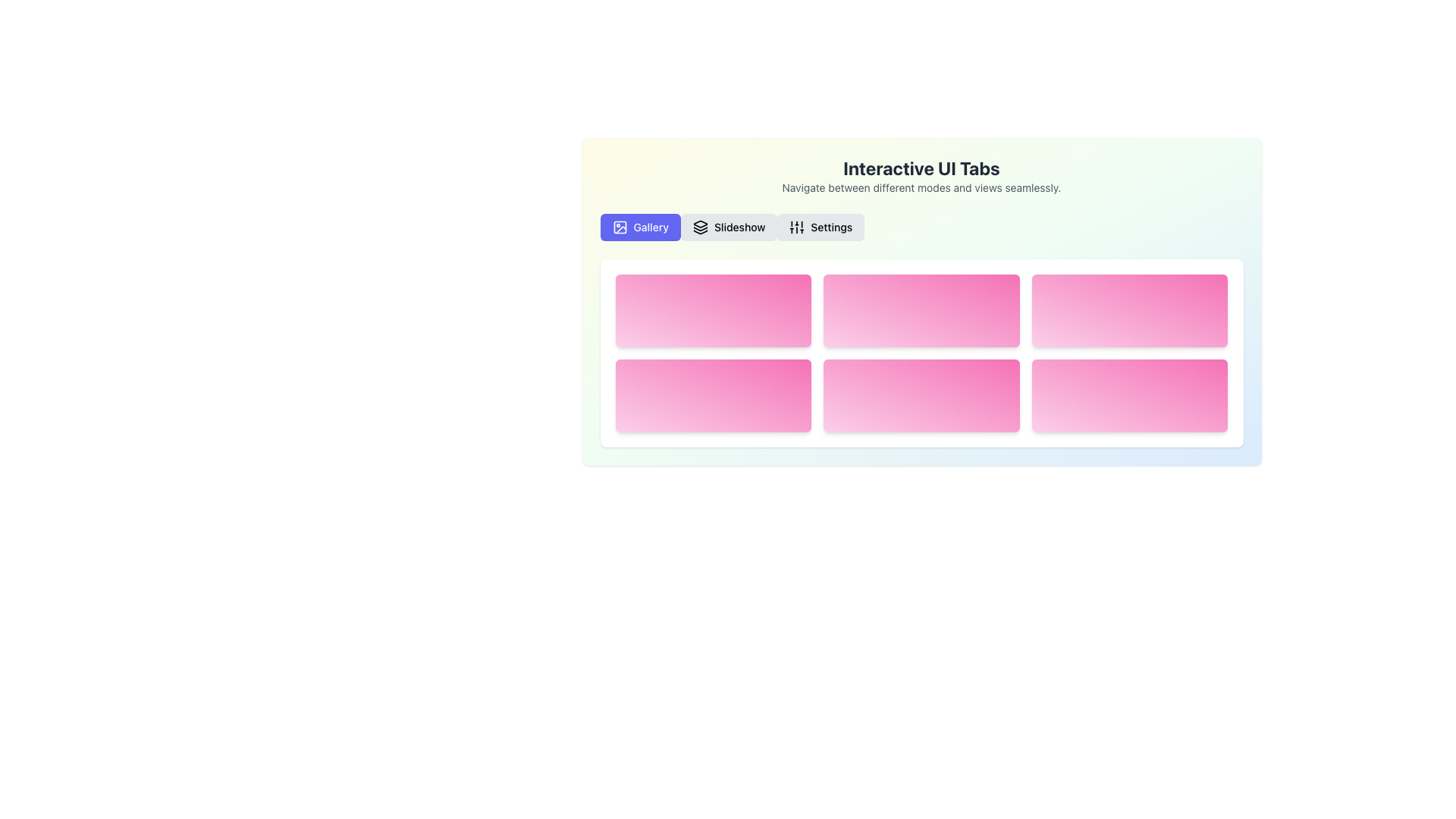  What do you see at coordinates (921, 309) in the screenshot?
I see `the second card in the first row of a grid layout, which features a gradient background from light pink to deeper pink, rounded corners, and a shadow effect` at bounding box center [921, 309].